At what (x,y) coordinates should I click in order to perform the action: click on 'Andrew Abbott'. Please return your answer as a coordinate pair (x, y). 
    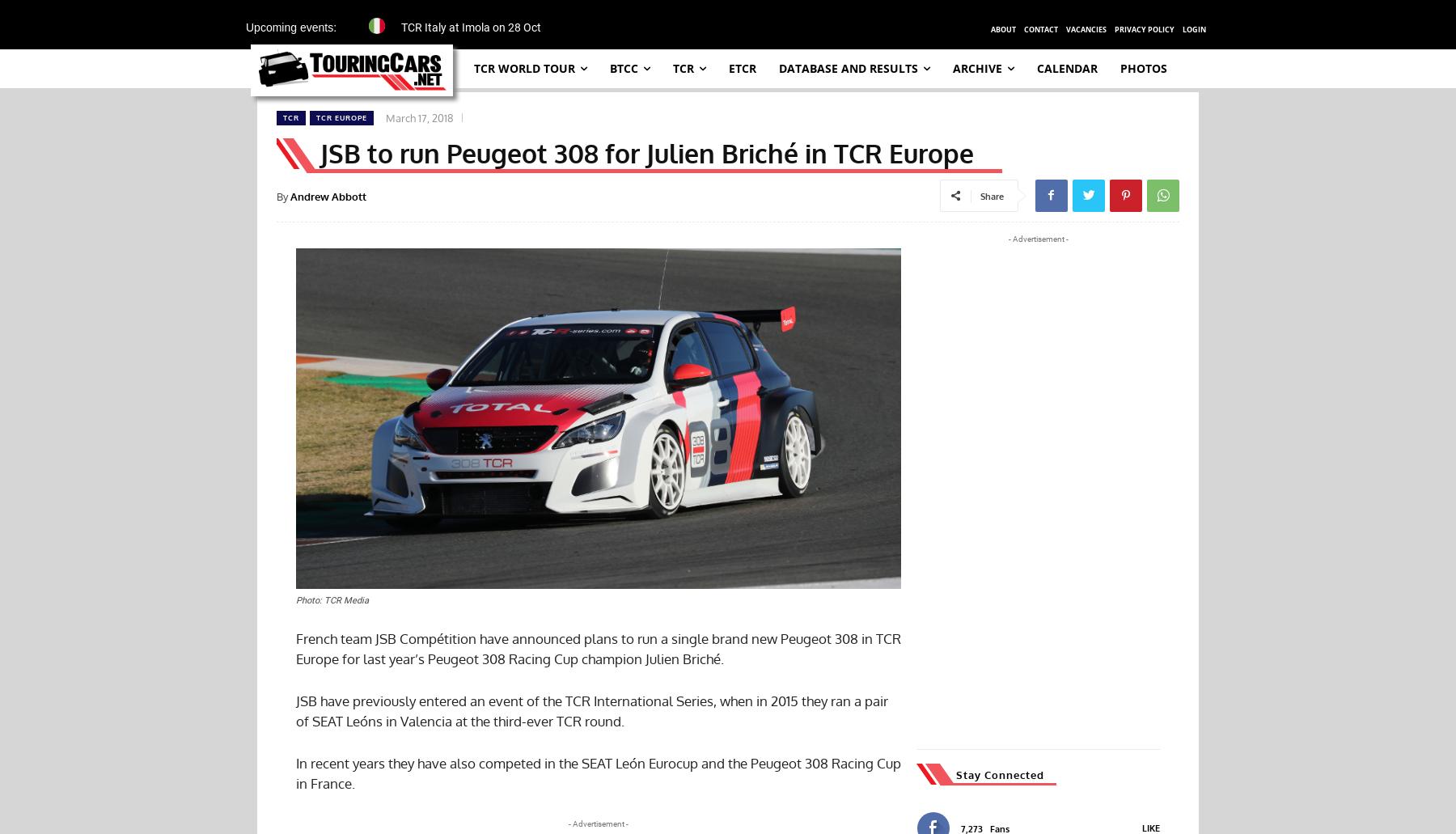
    Looking at the image, I should click on (328, 195).